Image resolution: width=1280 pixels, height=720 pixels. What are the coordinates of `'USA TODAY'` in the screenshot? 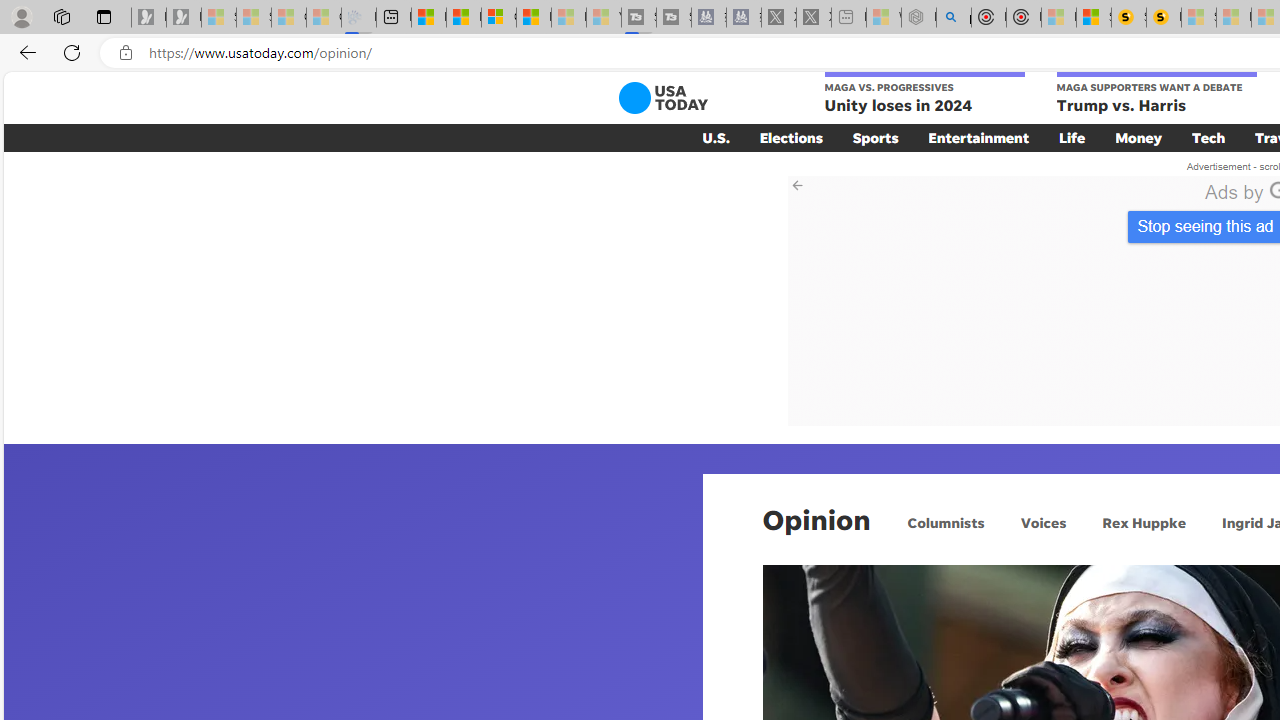 It's located at (663, 97).